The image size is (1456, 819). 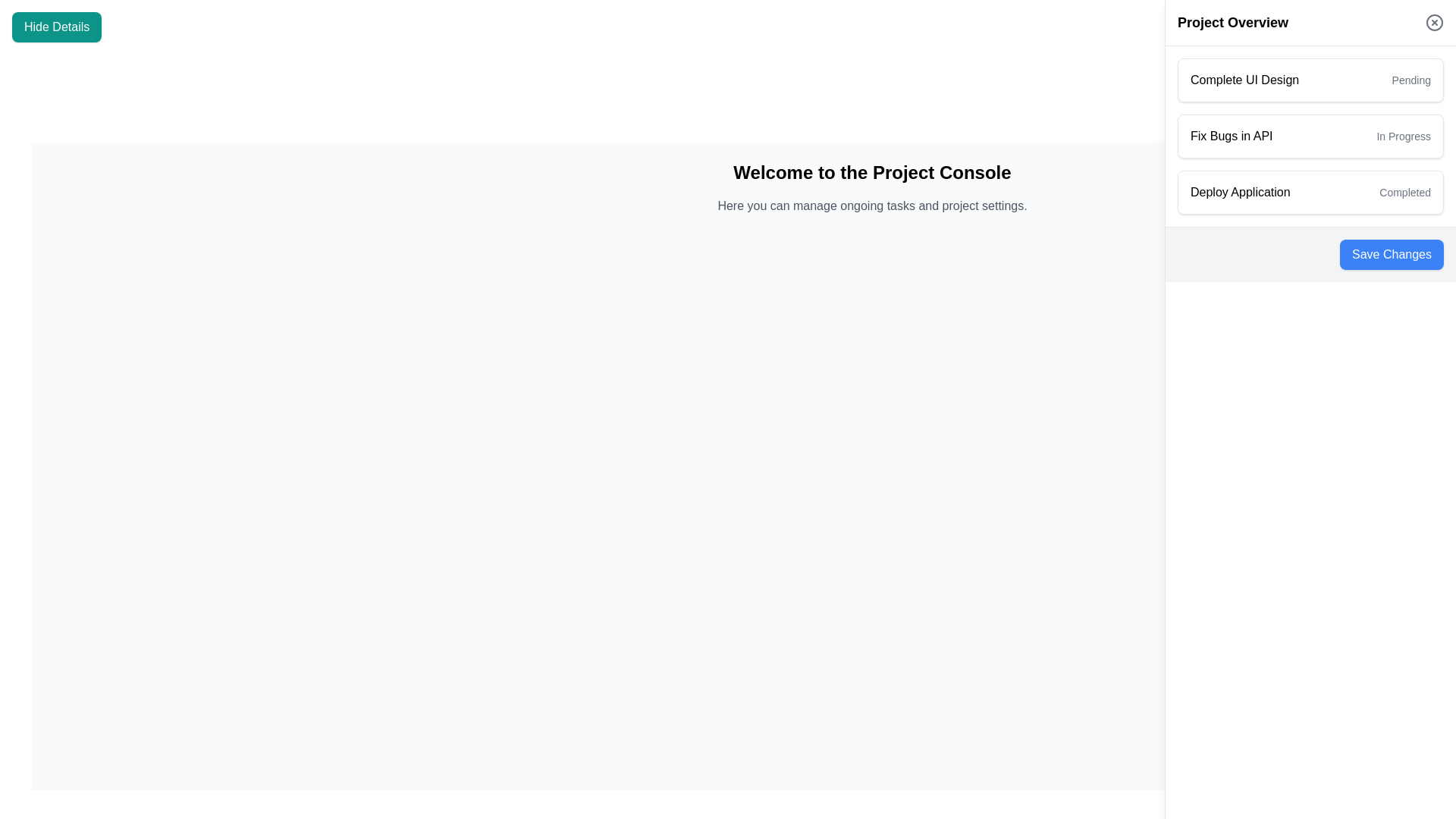 What do you see at coordinates (872, 206) in the screenshot?
I see `the text content that reads 'Here you can manage ongoing tasks and project settings.' which is styled in a lighter gray color and is positioned directly below the title 'Welcome to the Project Console'` at bounding box center [872, 206].